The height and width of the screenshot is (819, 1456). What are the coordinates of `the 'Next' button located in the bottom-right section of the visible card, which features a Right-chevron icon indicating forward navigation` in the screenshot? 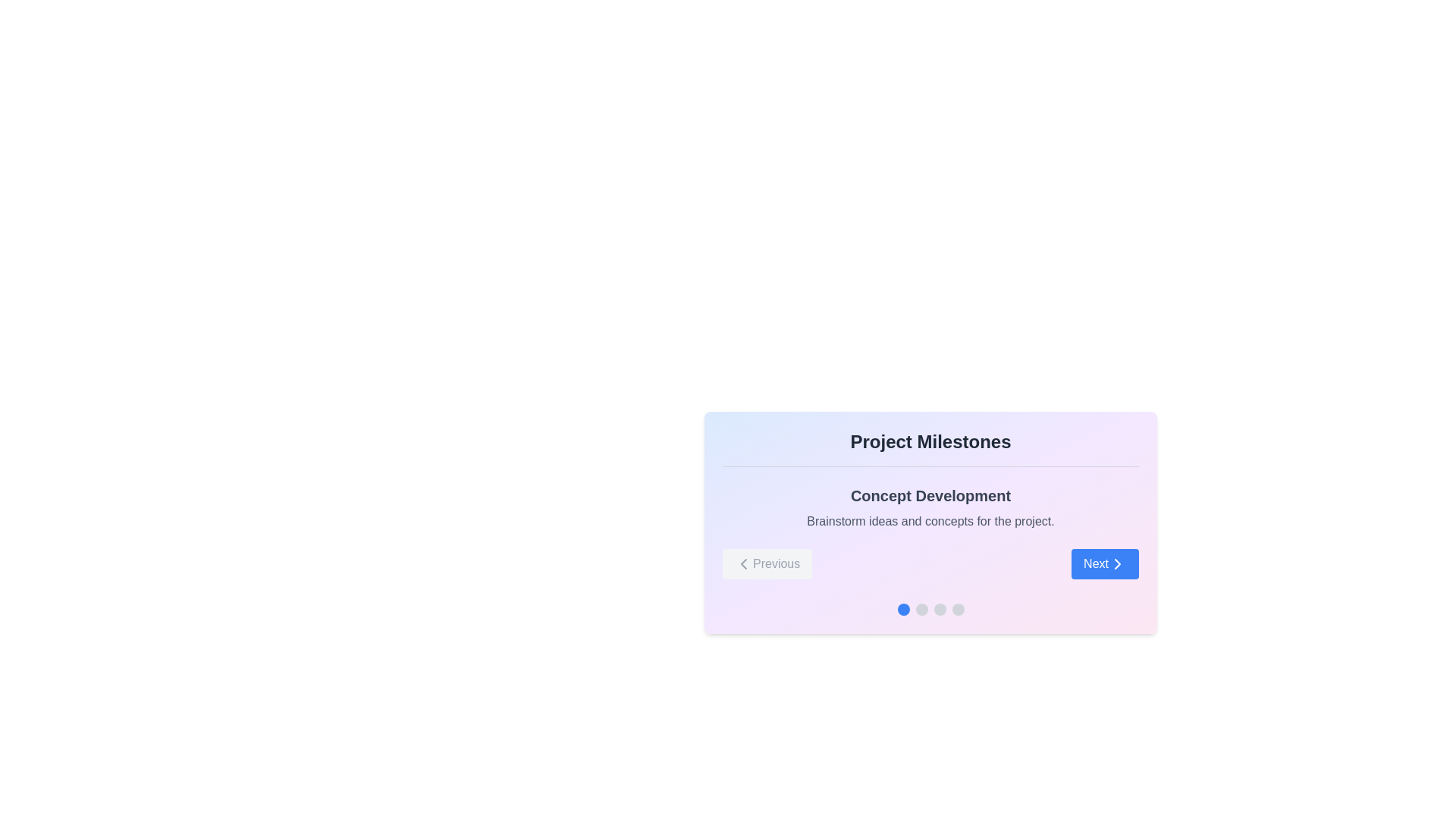 It's located at (1117, 564).